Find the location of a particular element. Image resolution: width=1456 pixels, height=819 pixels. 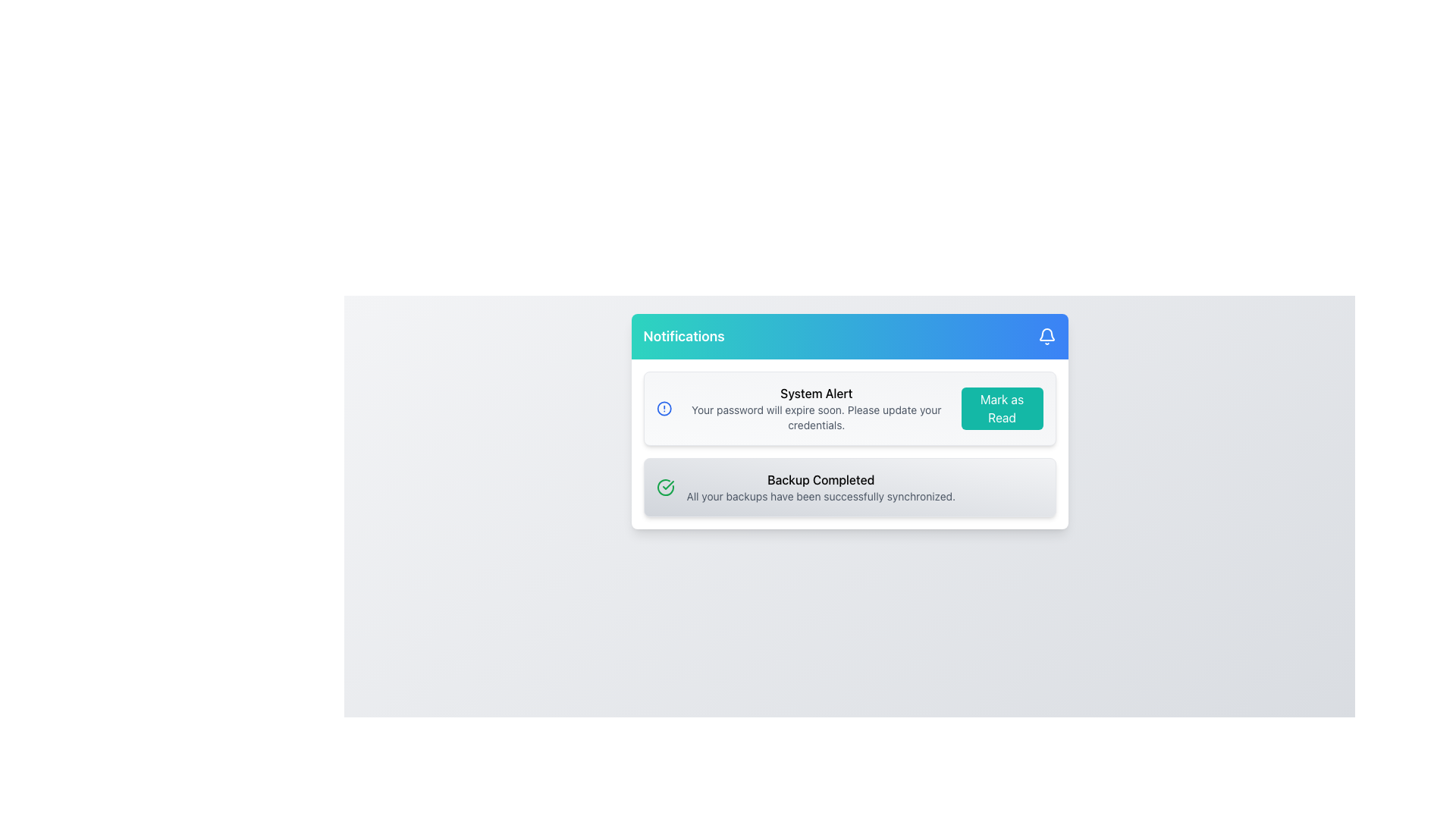

the completion icon located in the second notification card of the 'Notifications' panel, which signifies that the backup operation has been completed, next to the text 'Backup Completed' is located at coordinates (665, 488).